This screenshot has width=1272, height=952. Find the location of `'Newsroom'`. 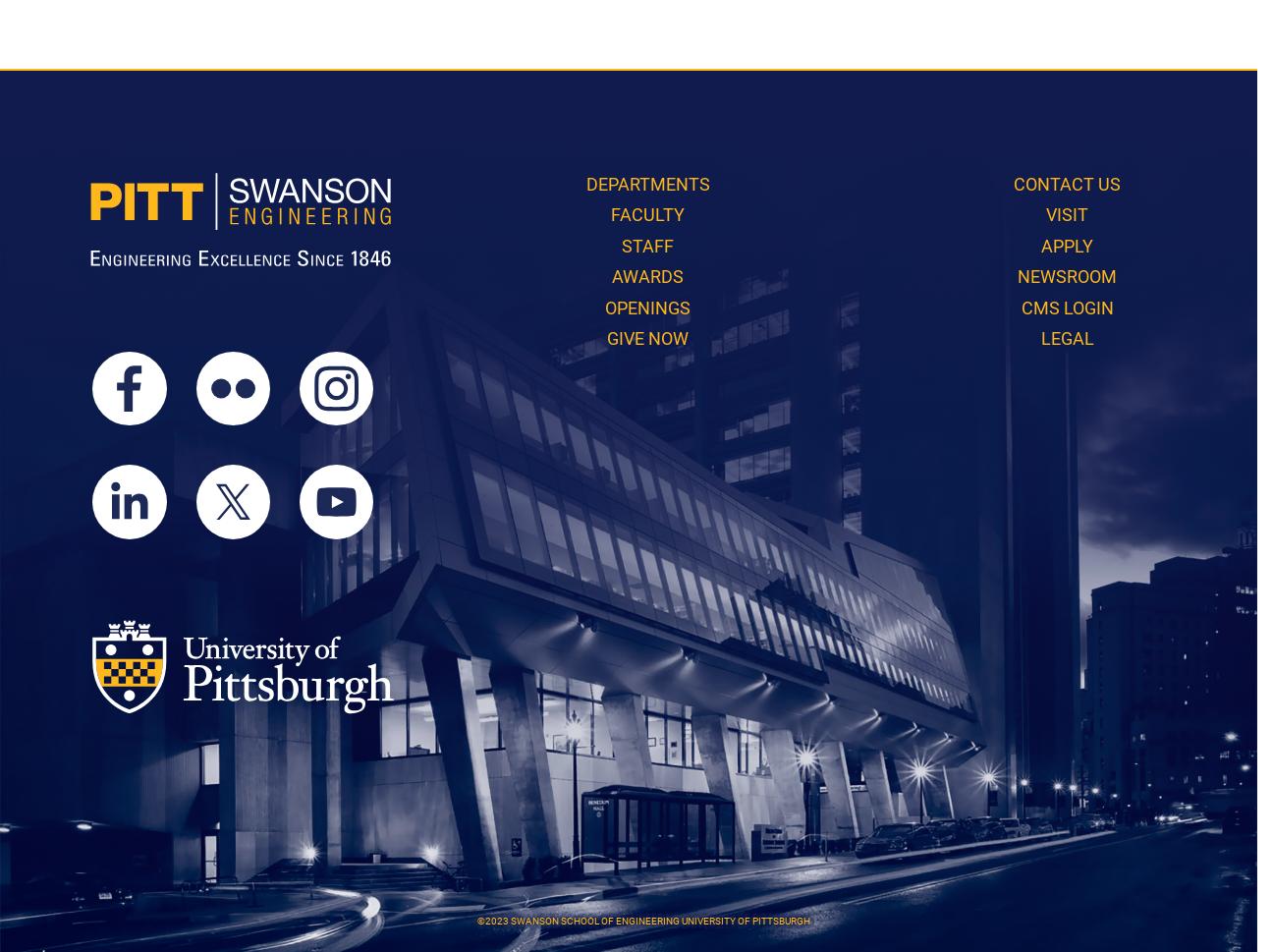

'Newsroom' is located at coordinates (1067, 276).